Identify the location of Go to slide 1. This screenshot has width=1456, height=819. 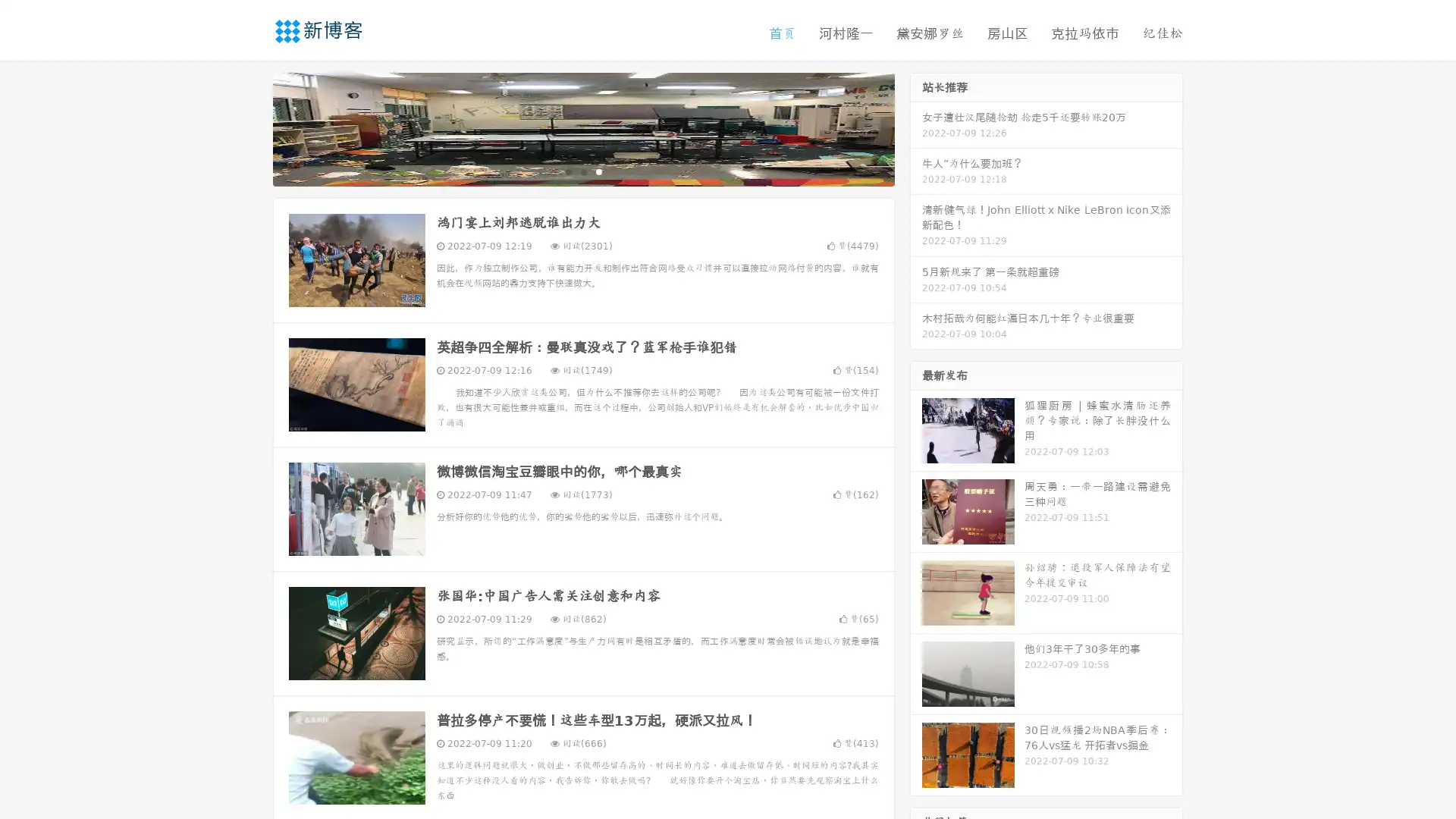
(567, 171).